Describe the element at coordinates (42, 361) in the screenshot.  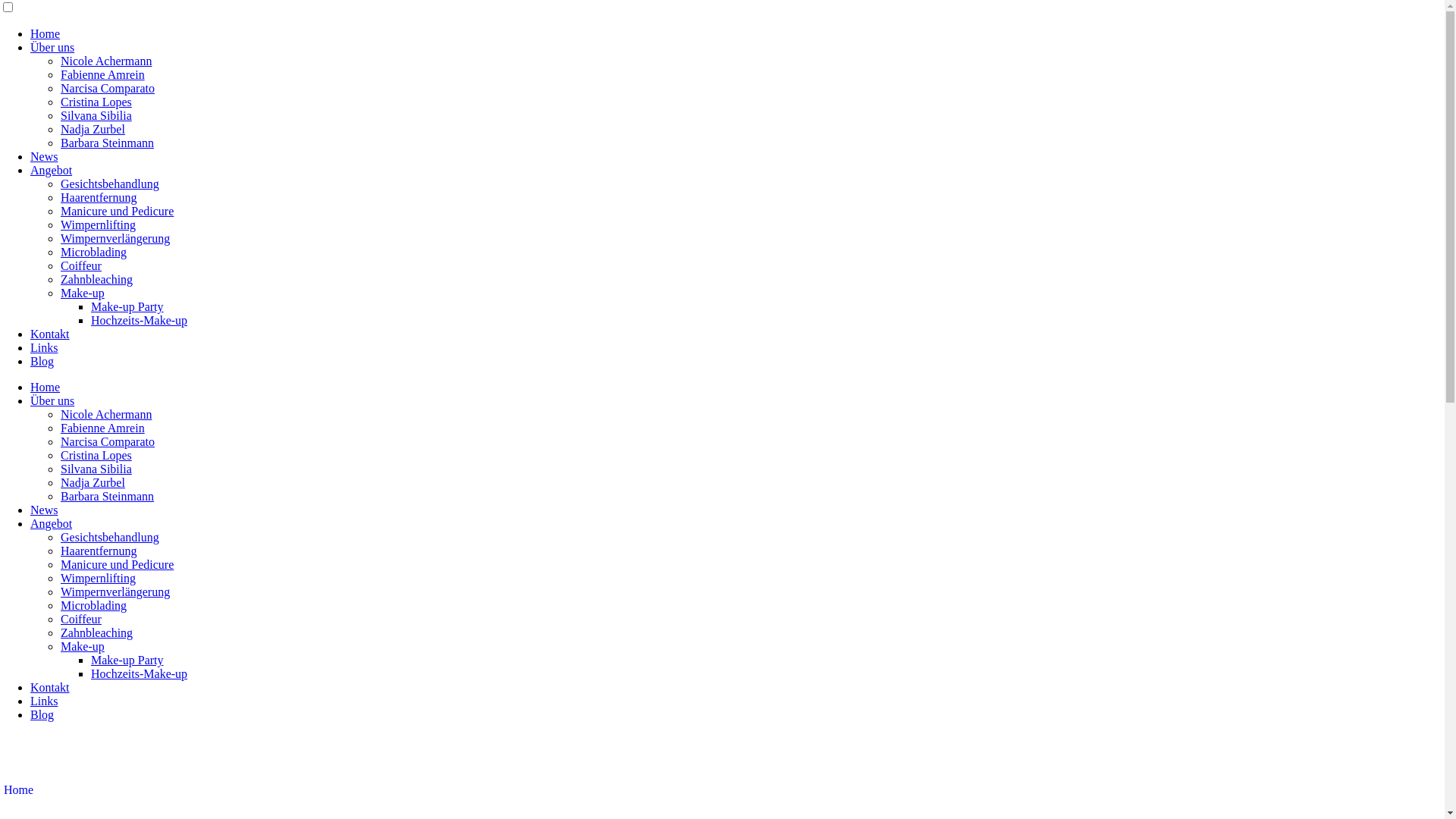
I see `'Blog'` at that location.